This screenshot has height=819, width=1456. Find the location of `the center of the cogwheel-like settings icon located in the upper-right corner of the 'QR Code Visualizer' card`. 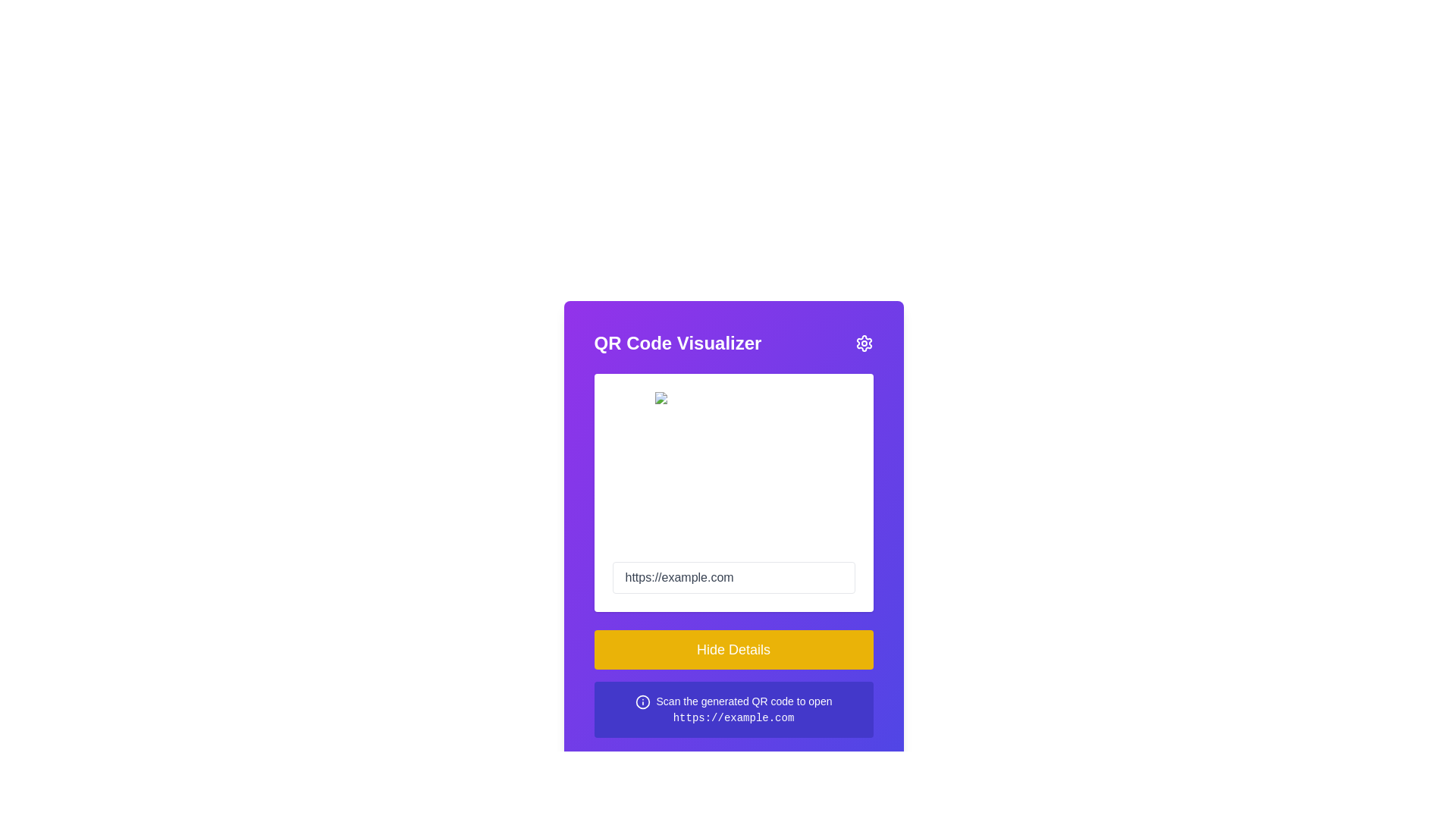

the center of the cogwheel-like settings icon located in the upper-right corner of the 'QR Code Visualizer' card is located at coordinates (864, 343).